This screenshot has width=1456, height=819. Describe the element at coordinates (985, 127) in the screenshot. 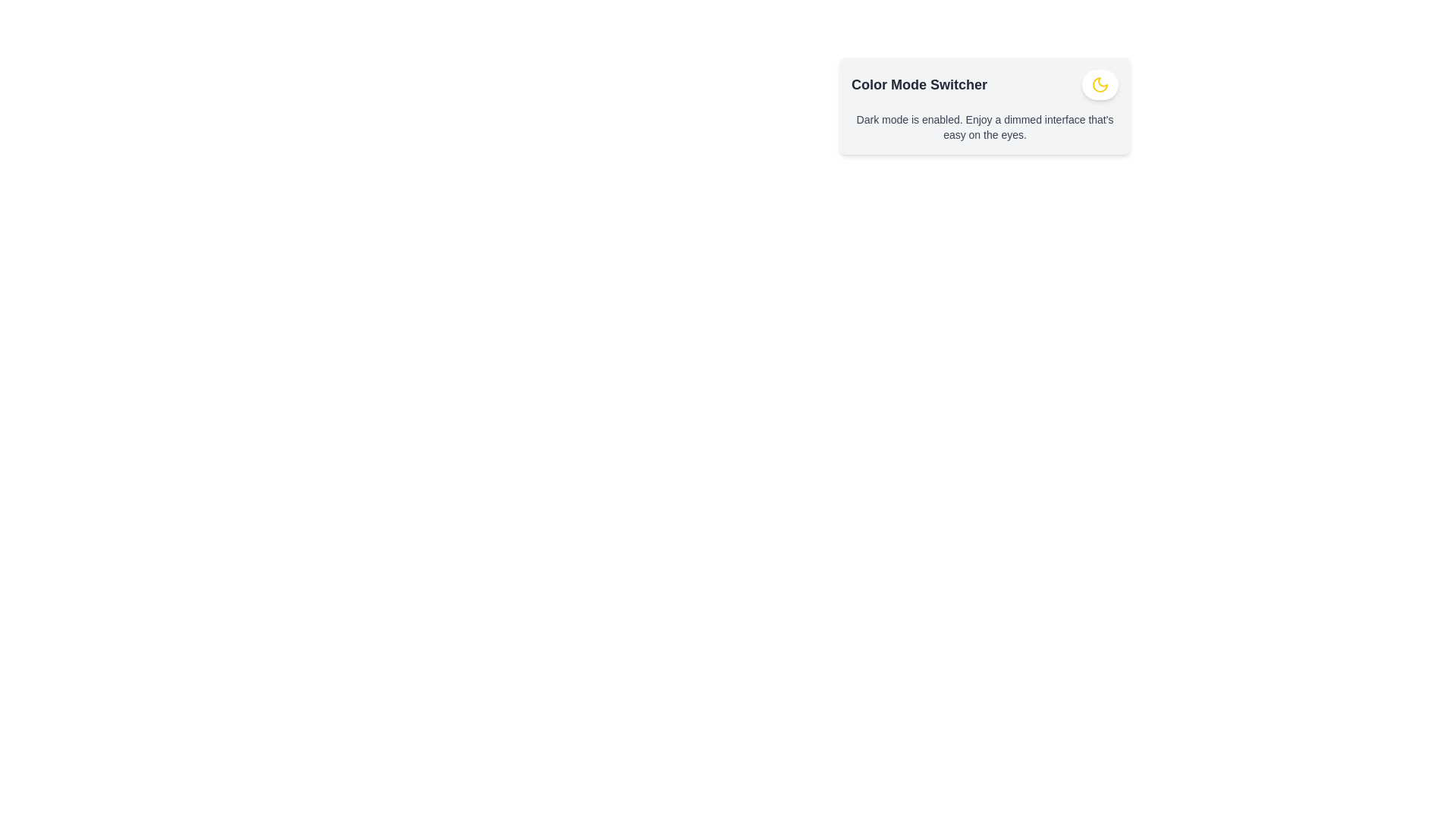

I see `the text element that states 'Dark mode is enabled. Enjoy a dimmed interface that's easy on the eyes.', which is located beneath the header 'Color Mode Switcher'` at that location.